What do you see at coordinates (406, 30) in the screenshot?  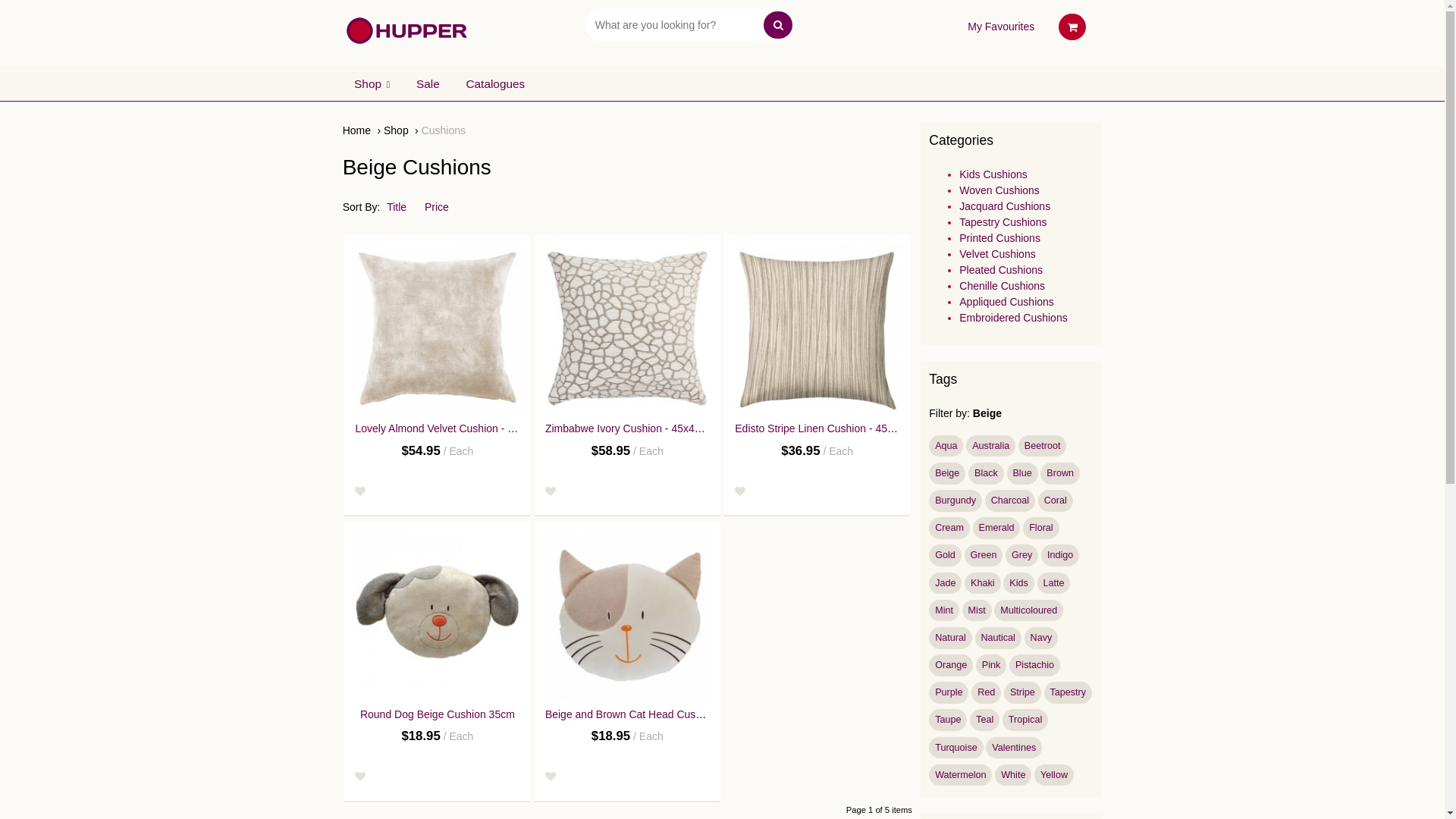 I see `'Hupper'` at bounding box center [406, 30].